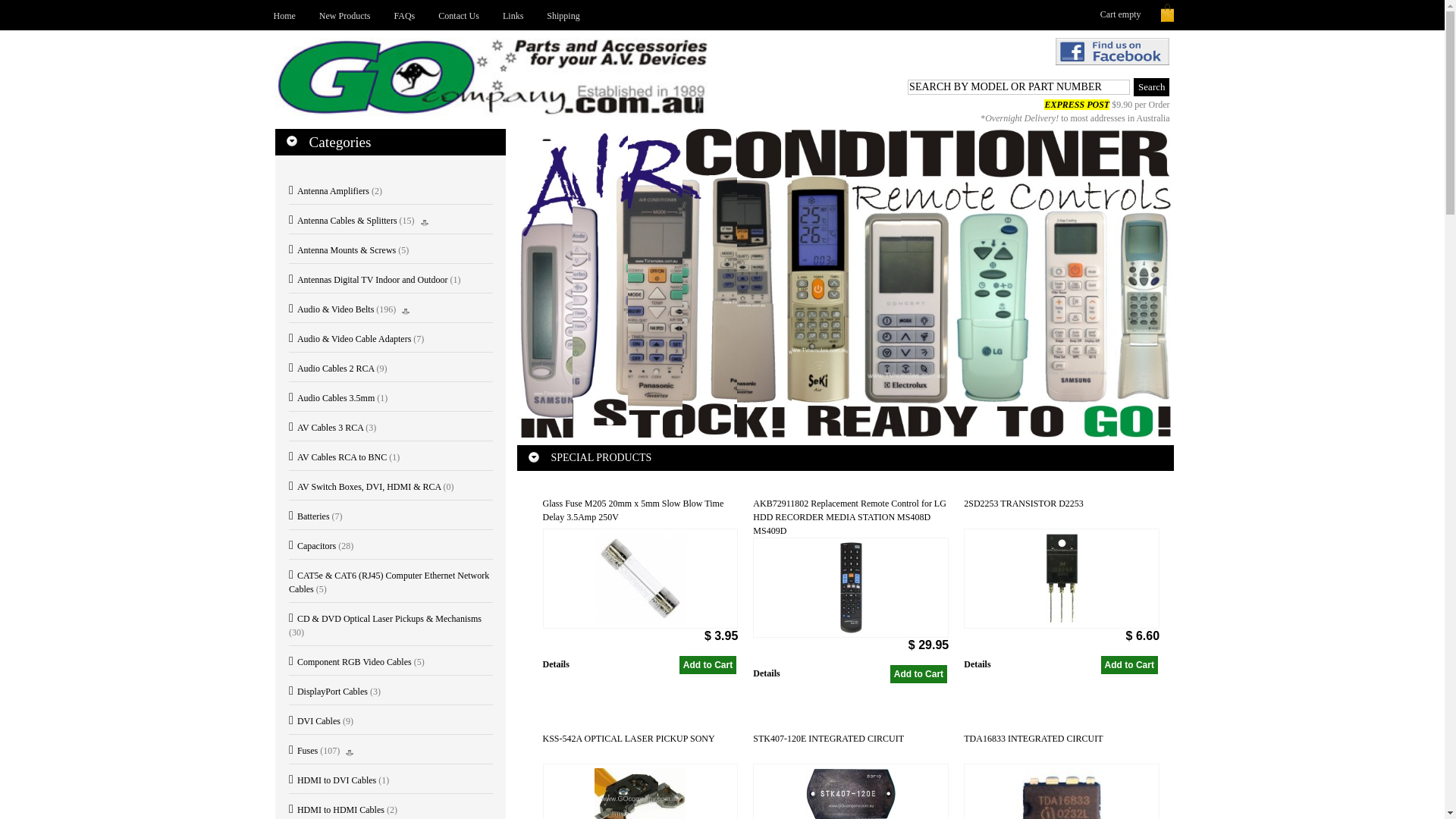 The image size is (1456, 819). What do you see at coordinates (457, 14) in the screenshot?
I see `'Contact Us'` at bounding box center [457, 14].